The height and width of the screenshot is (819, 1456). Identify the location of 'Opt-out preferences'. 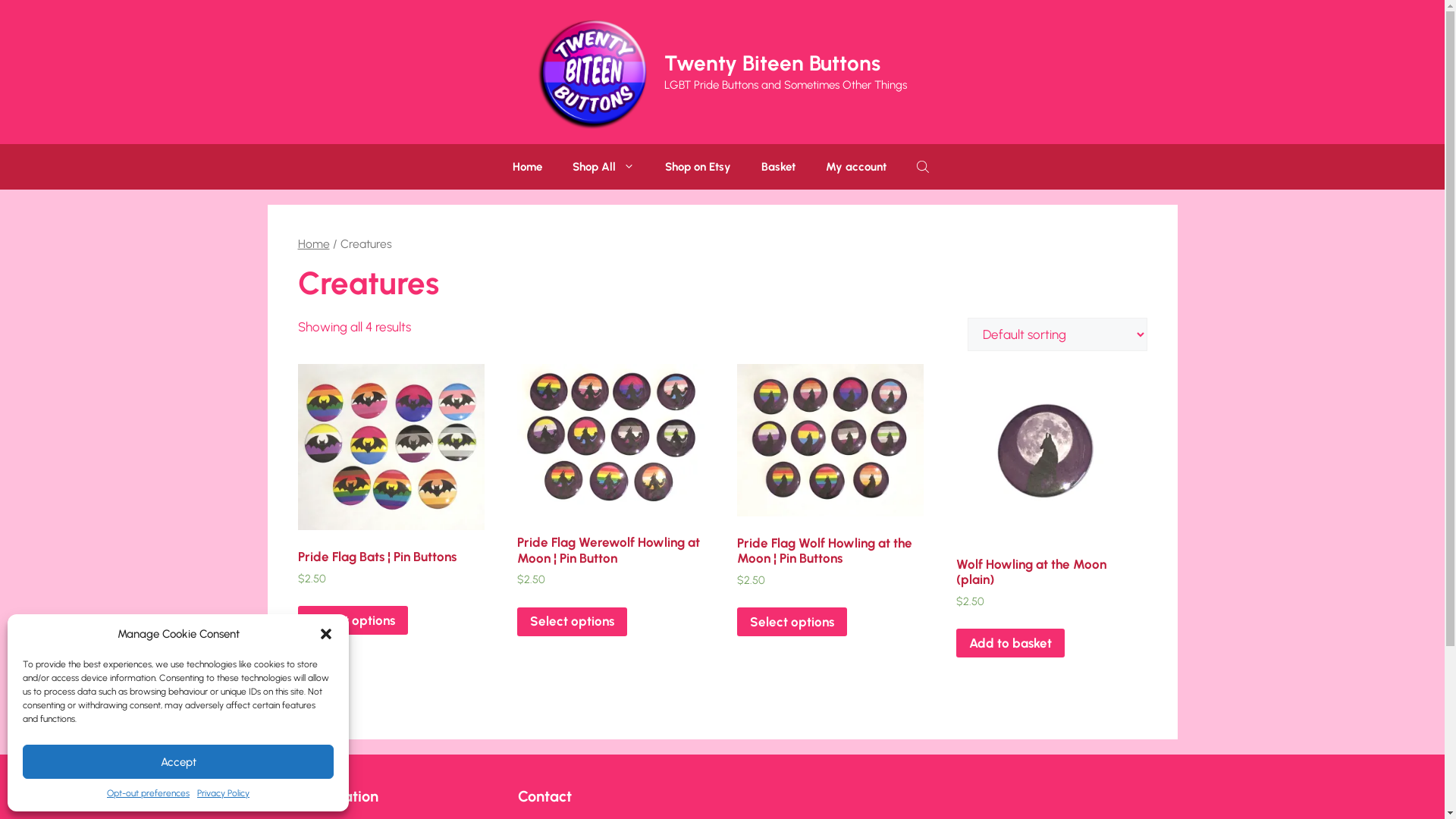
(148, 792).